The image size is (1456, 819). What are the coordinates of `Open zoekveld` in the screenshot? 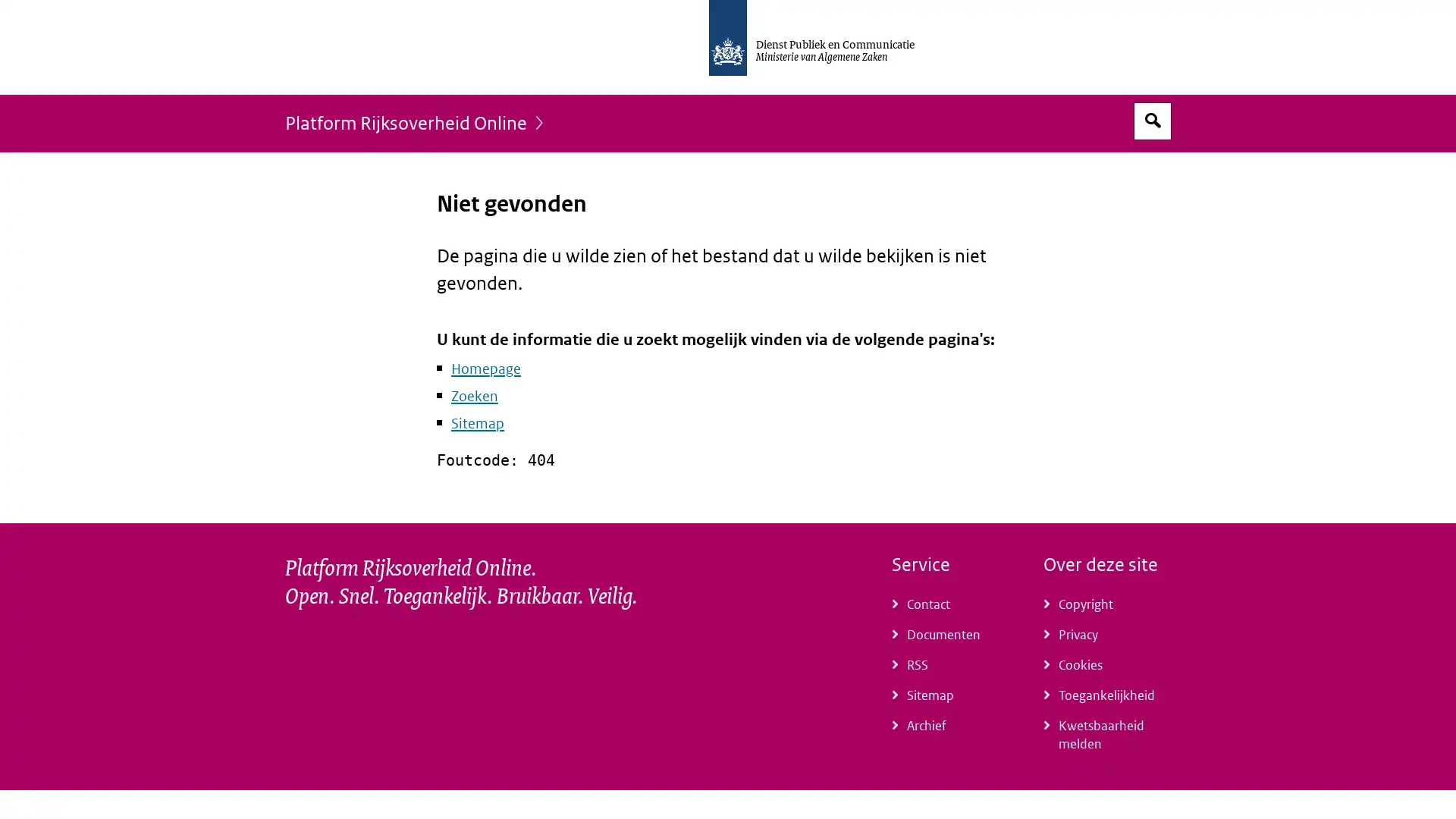 It's located at (1153, 120).